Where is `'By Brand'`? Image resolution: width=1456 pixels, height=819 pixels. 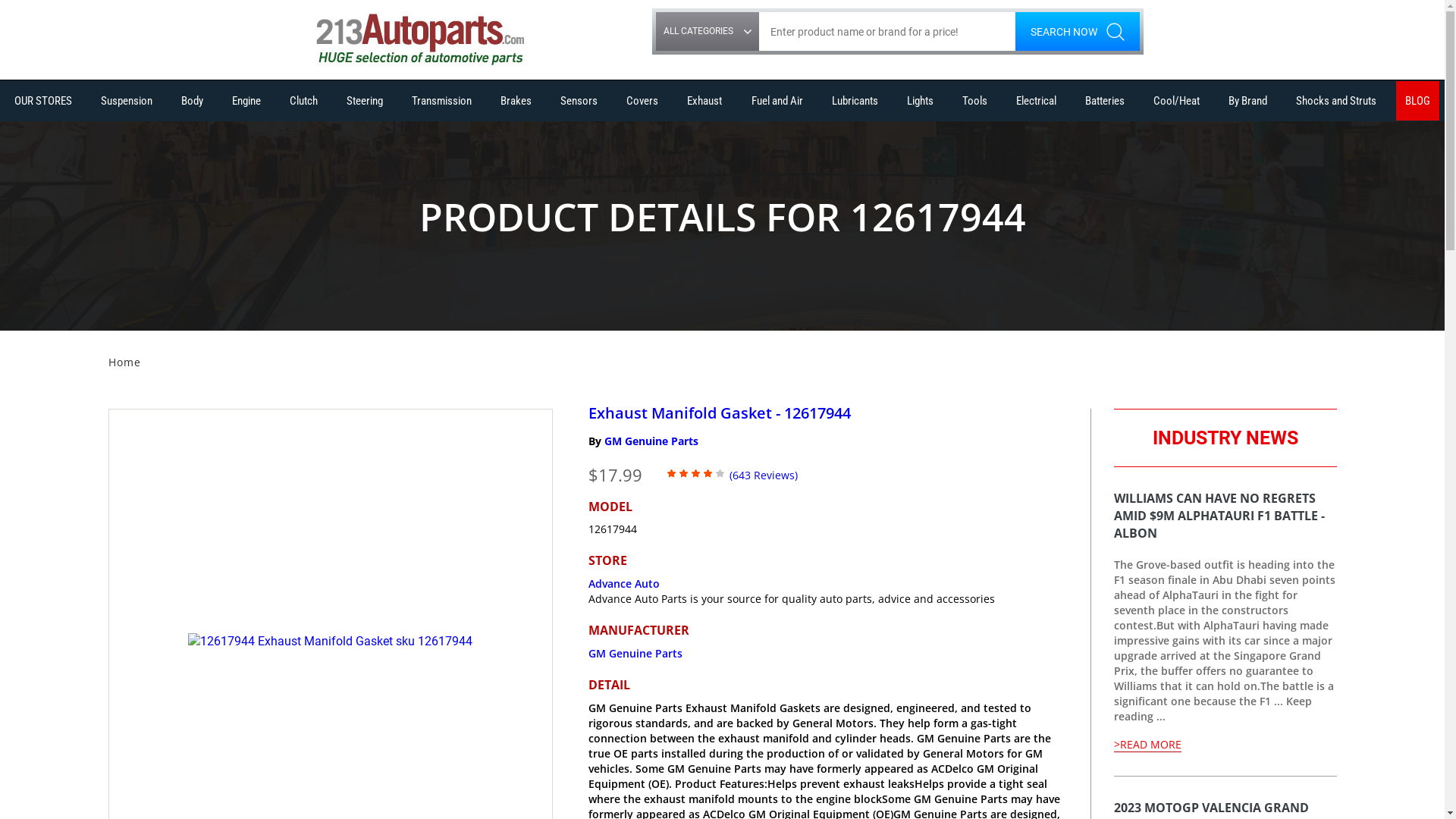 'By Brand' is located at coordinates (1247, 100).